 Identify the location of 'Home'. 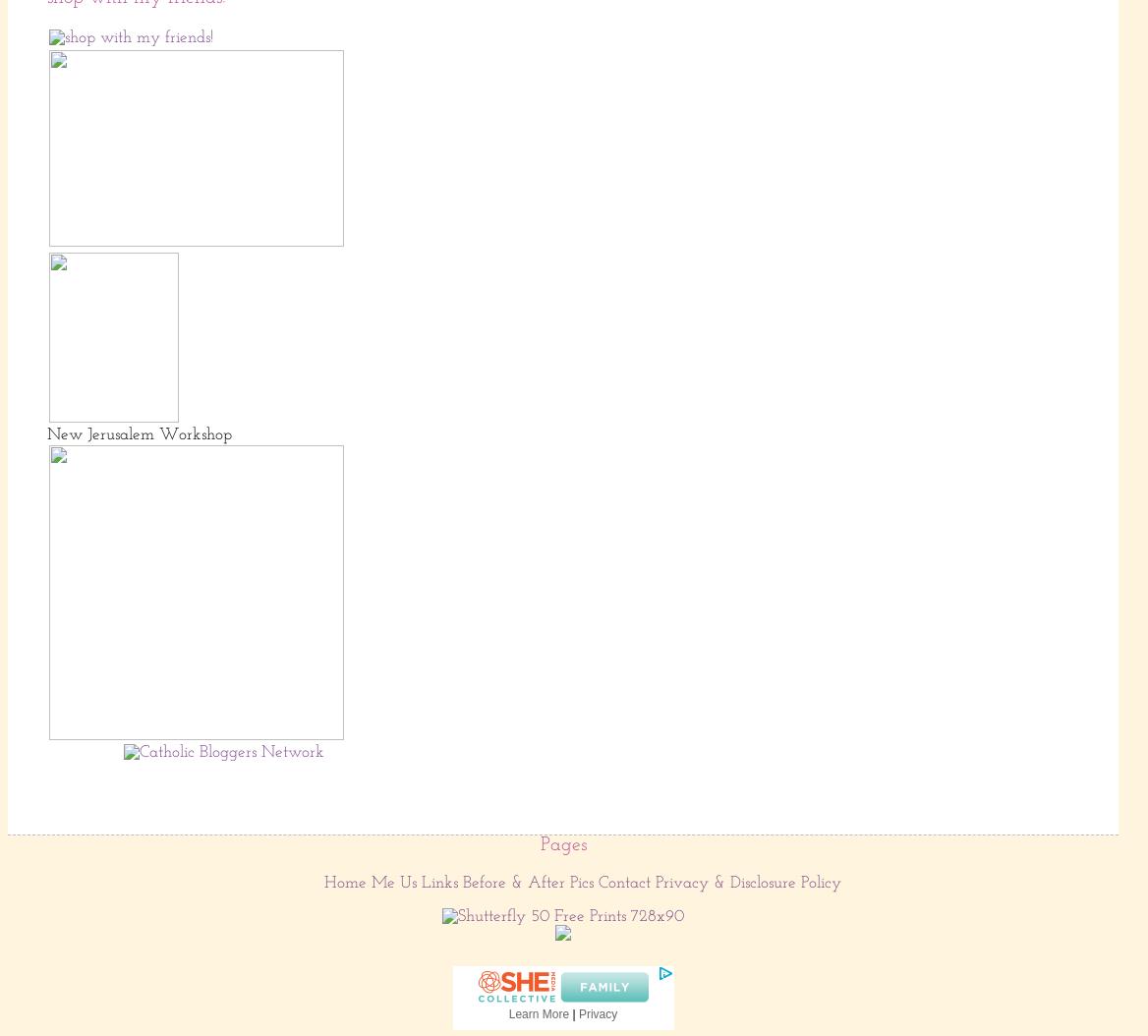
(345, 881).